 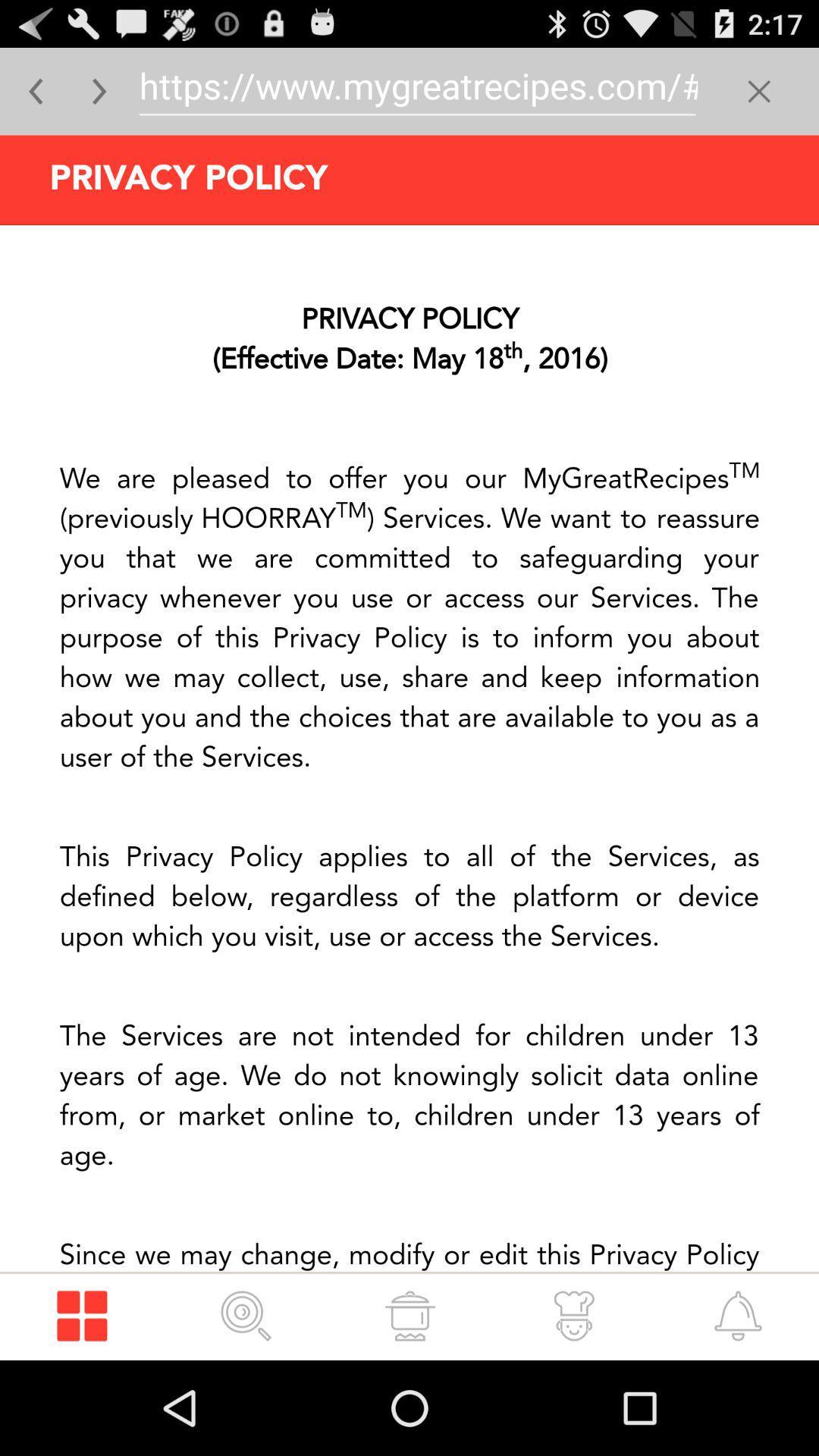 I want to click on scroll down to read privacy policy, so click(x=409, y=748).